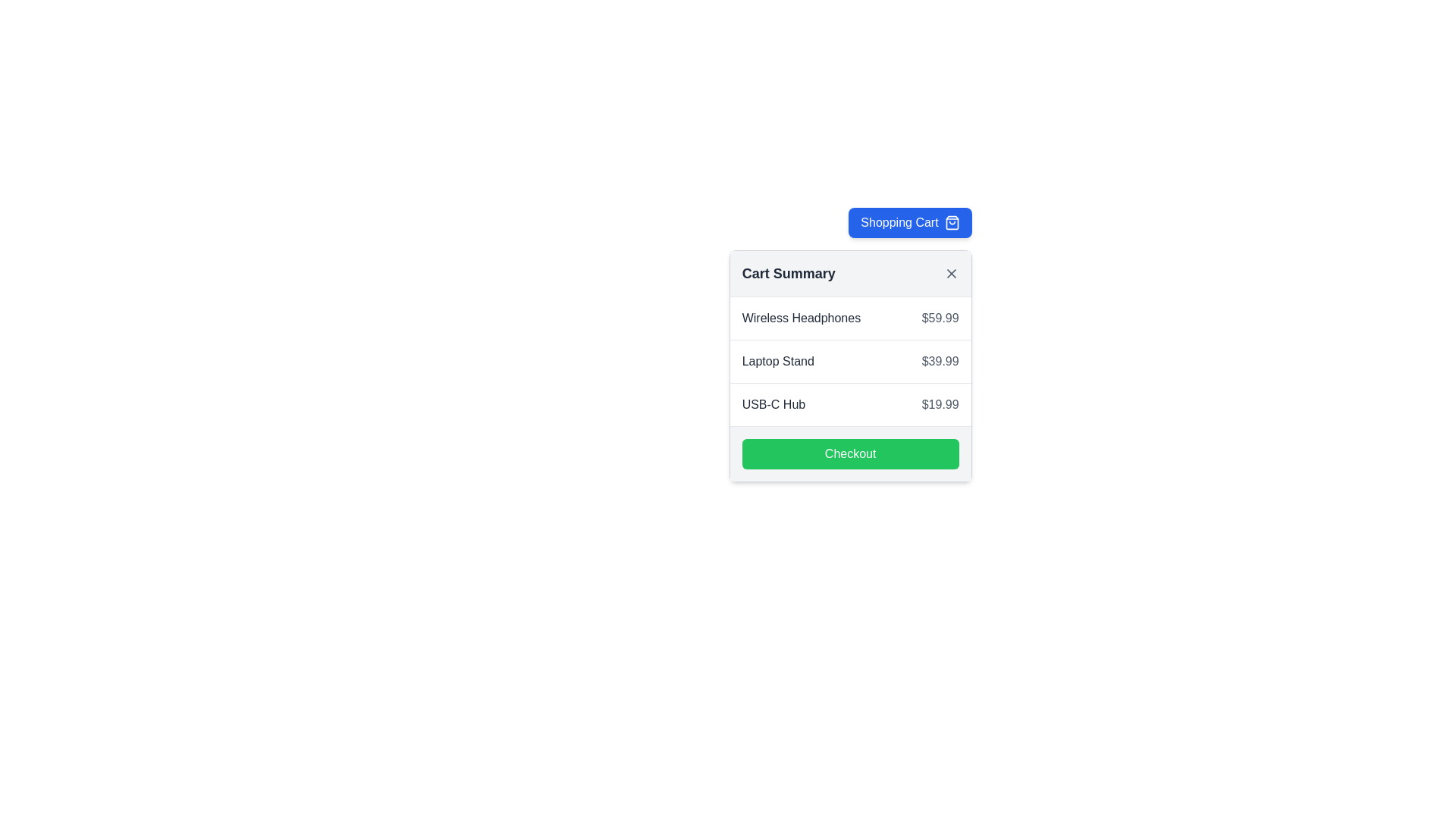 The image size is (1456, 819). Describe the element at coordinates (778, 362) in the screenshot. I see `the text label displaying 'Laptop Stand' in dark gray, located on the left side of the cart summary item line` at that location.